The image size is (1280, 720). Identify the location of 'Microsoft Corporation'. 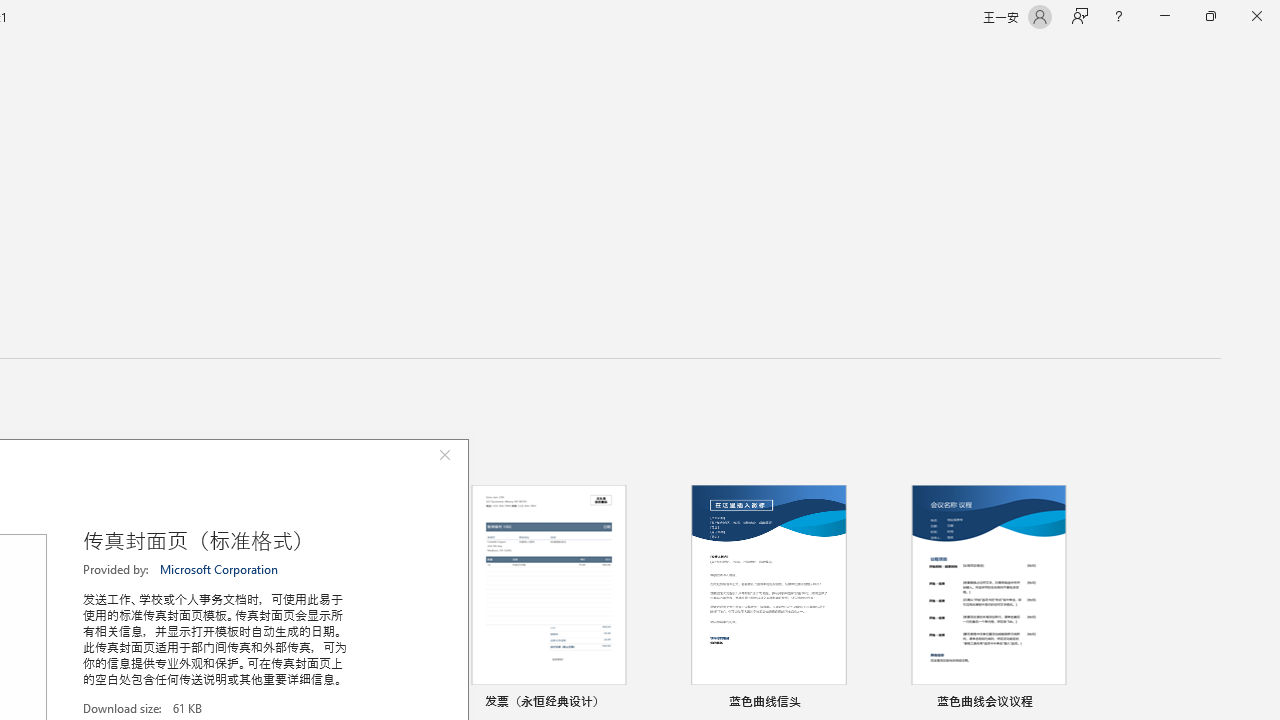
(220, 569).